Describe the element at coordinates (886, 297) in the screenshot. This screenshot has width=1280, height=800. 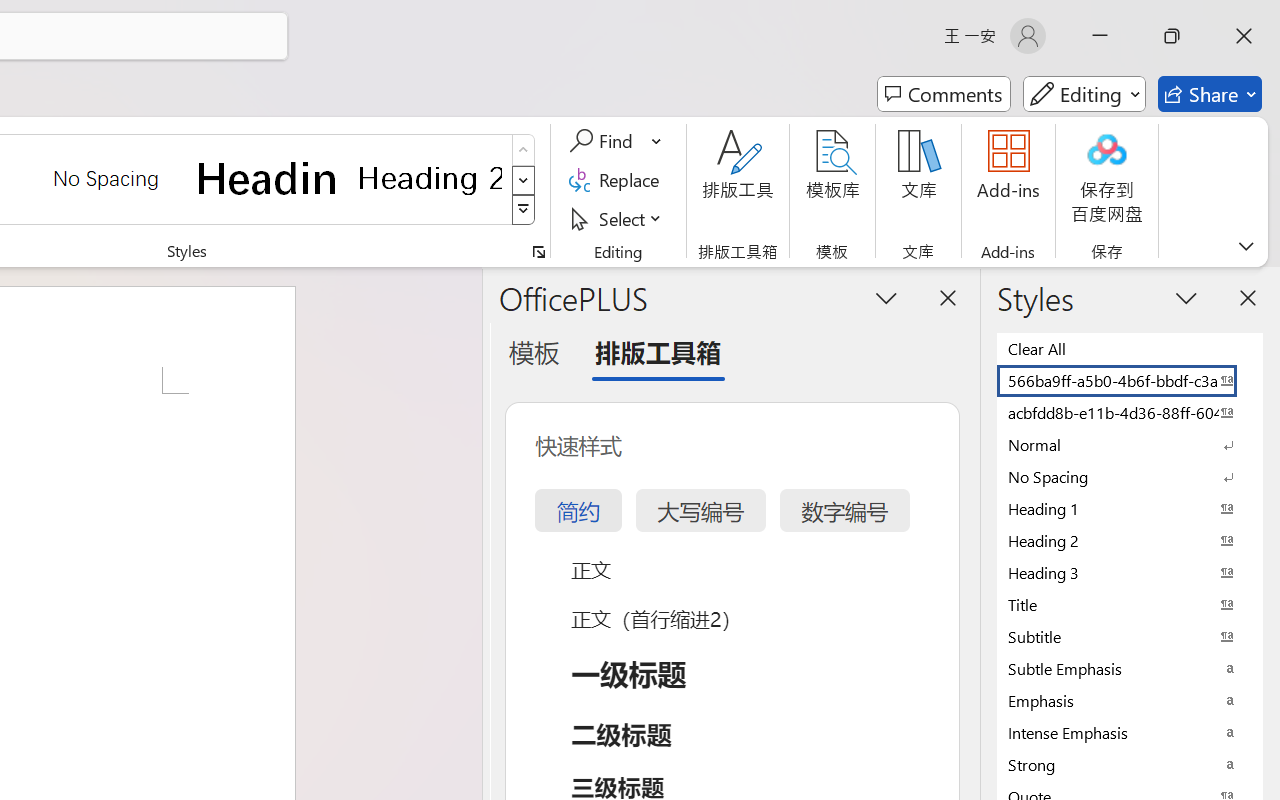
I see `'Task Pane Options'` at that location.